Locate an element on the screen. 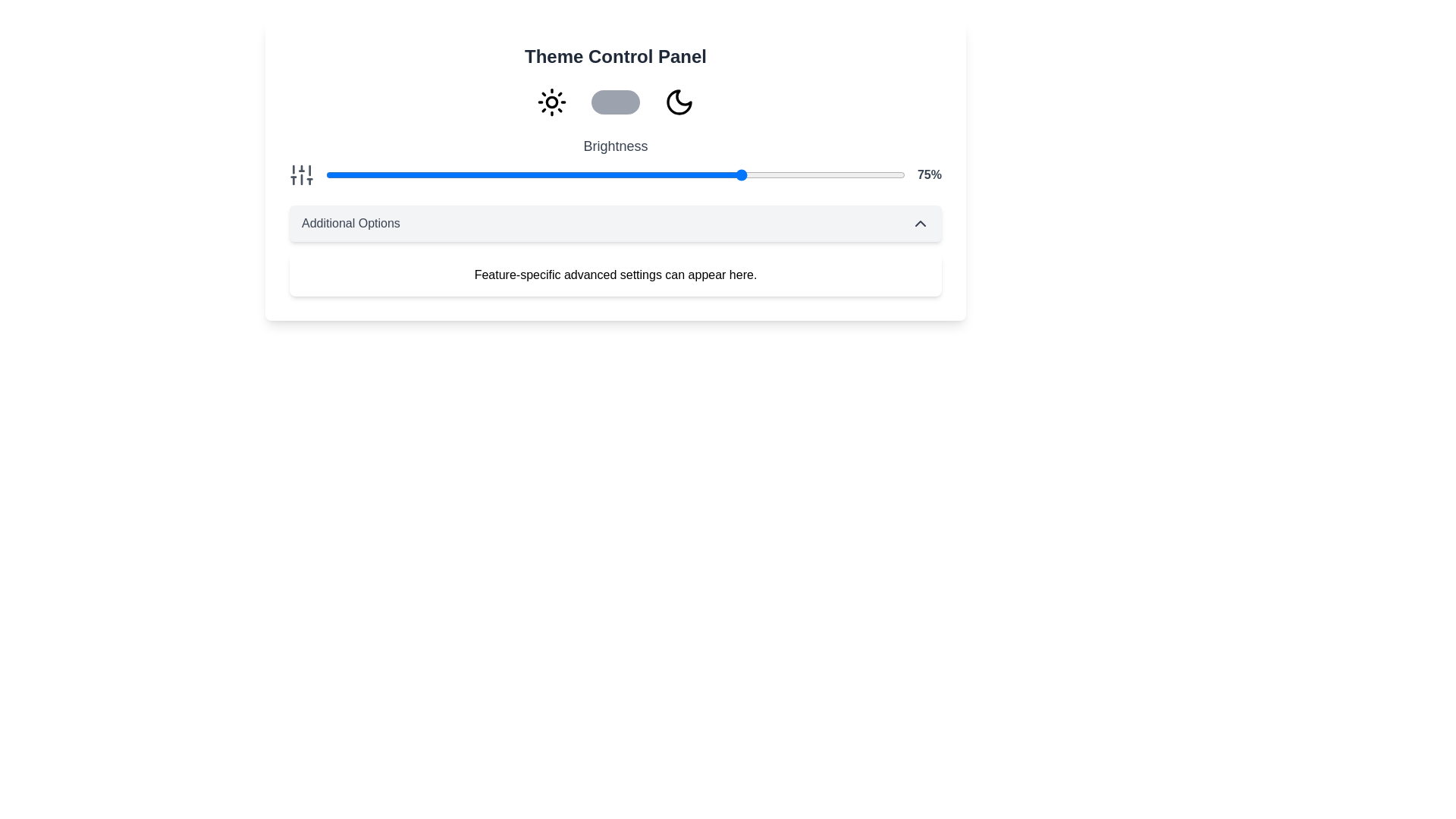  the toggle icon located within the 'Additional Options' panel is located at coordinates (920, 223).